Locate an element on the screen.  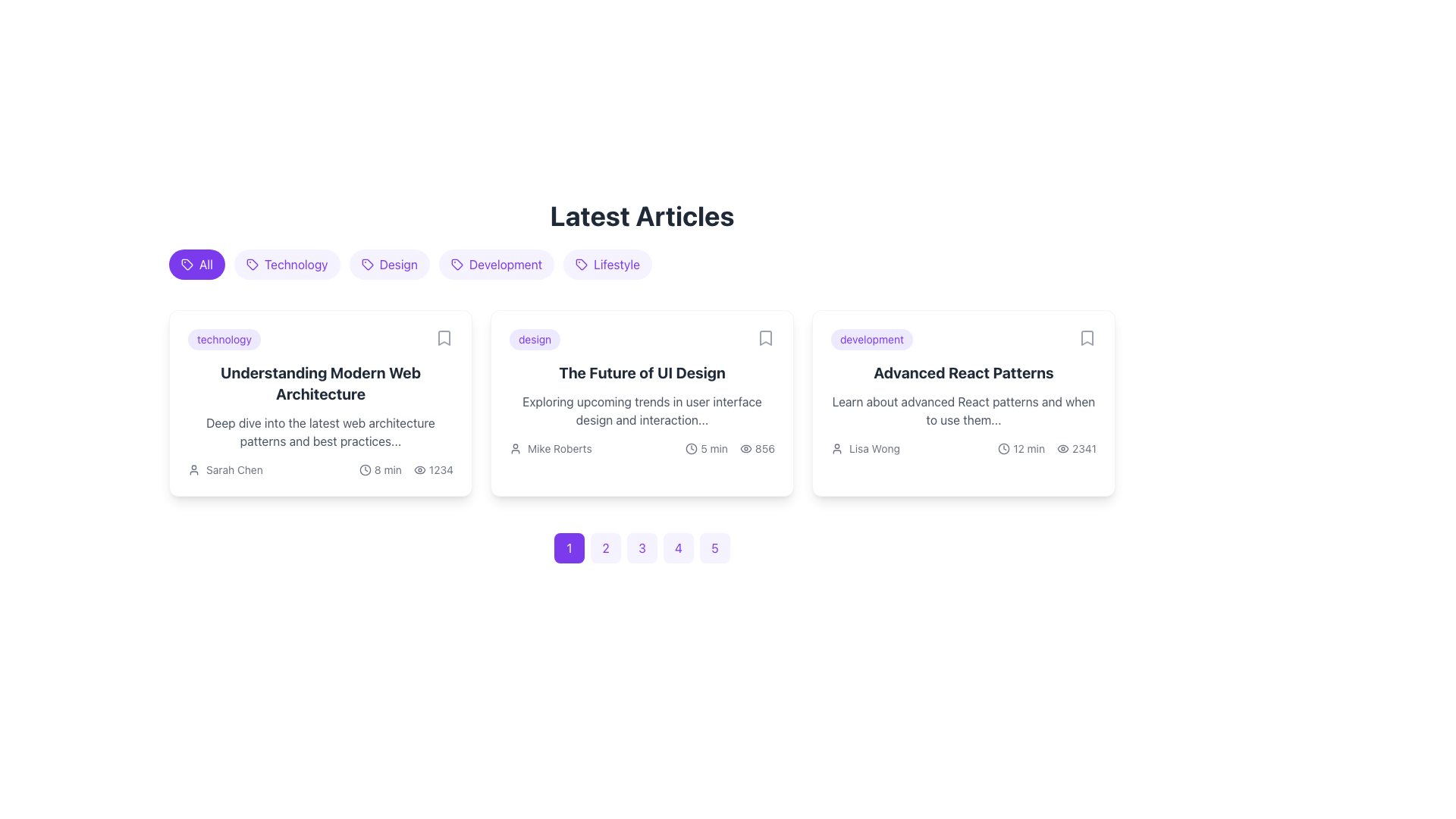
the eye-shaped visibility icon located at the bottom-right corner of the third article card, next to the numeric counter '2341' is located at coordinates (1062, 447).